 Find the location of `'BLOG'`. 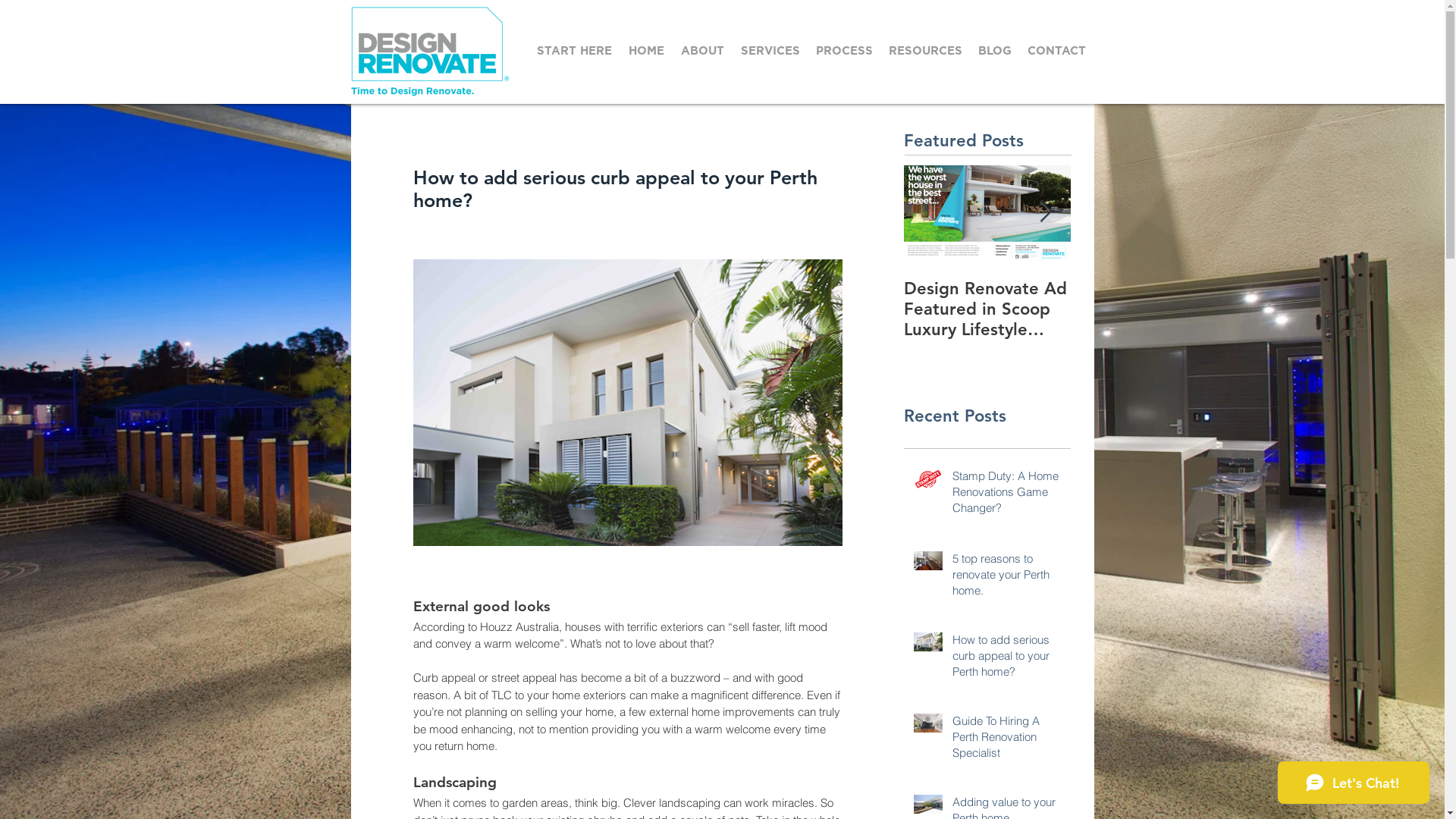

'BLOG' is located at coordinates (971, 50).